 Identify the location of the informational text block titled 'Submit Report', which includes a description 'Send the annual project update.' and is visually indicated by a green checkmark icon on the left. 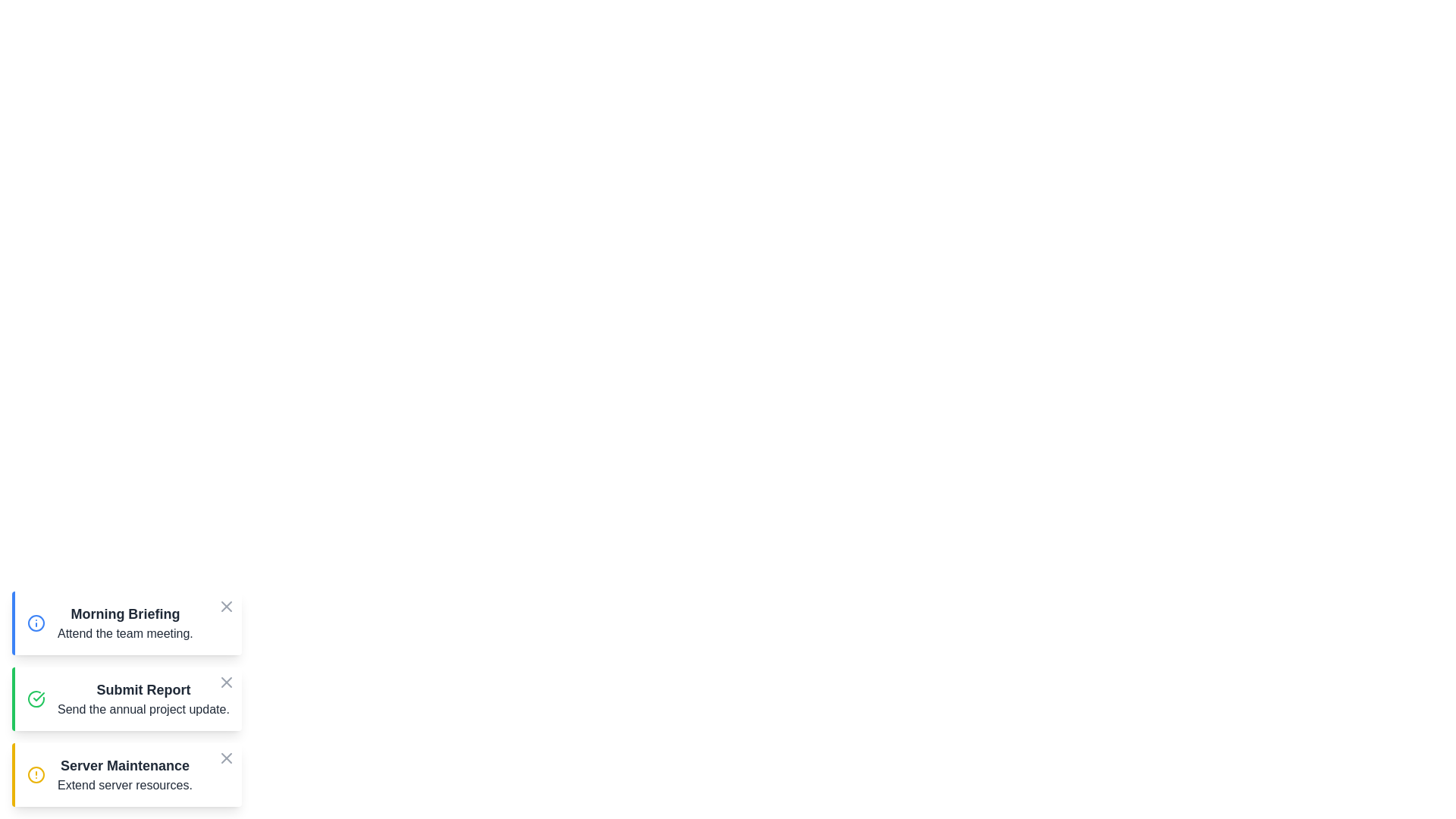
(128, 698).